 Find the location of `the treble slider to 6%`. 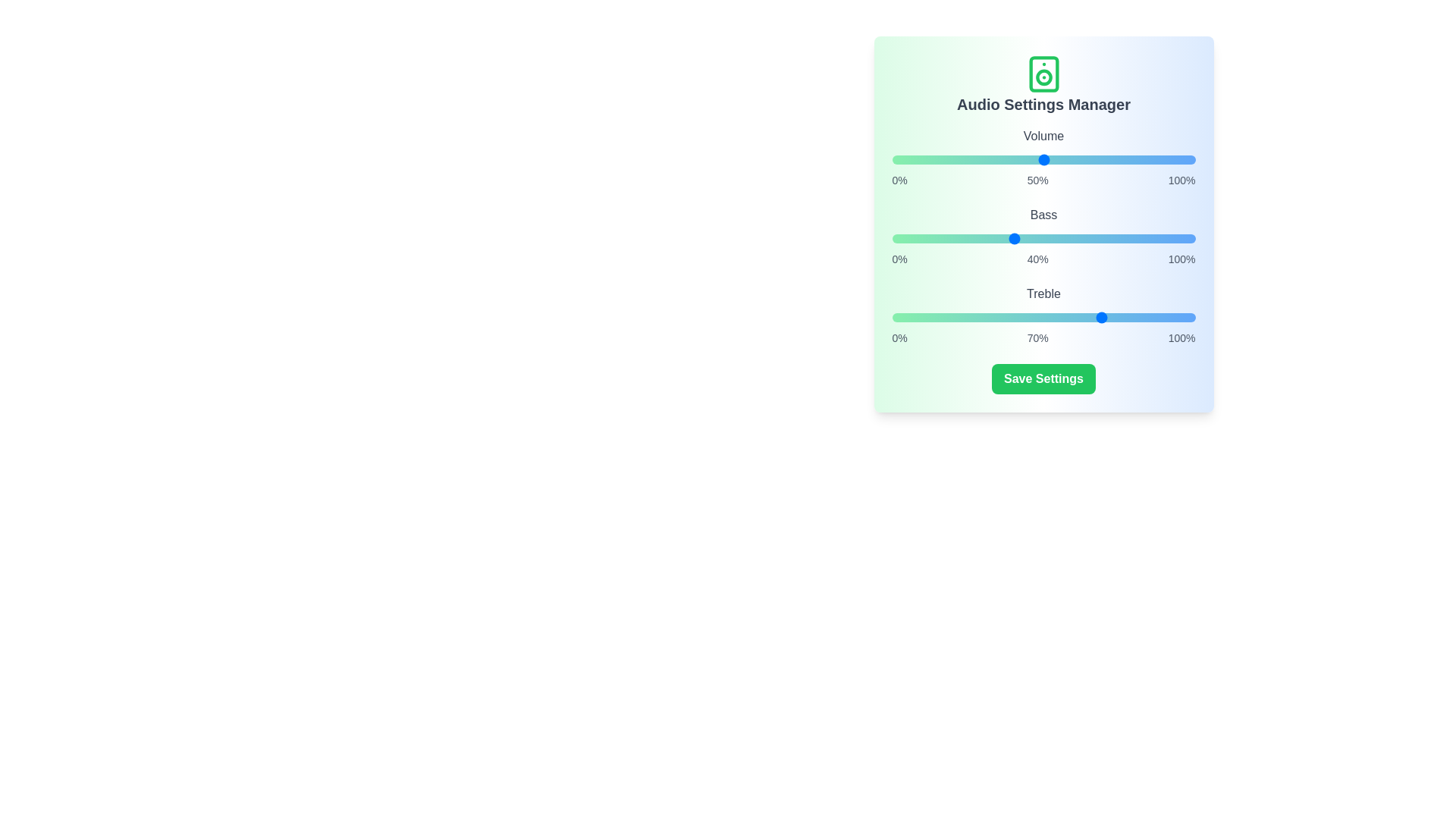

the treble slider to 6% is located at coordinates (910, 317).